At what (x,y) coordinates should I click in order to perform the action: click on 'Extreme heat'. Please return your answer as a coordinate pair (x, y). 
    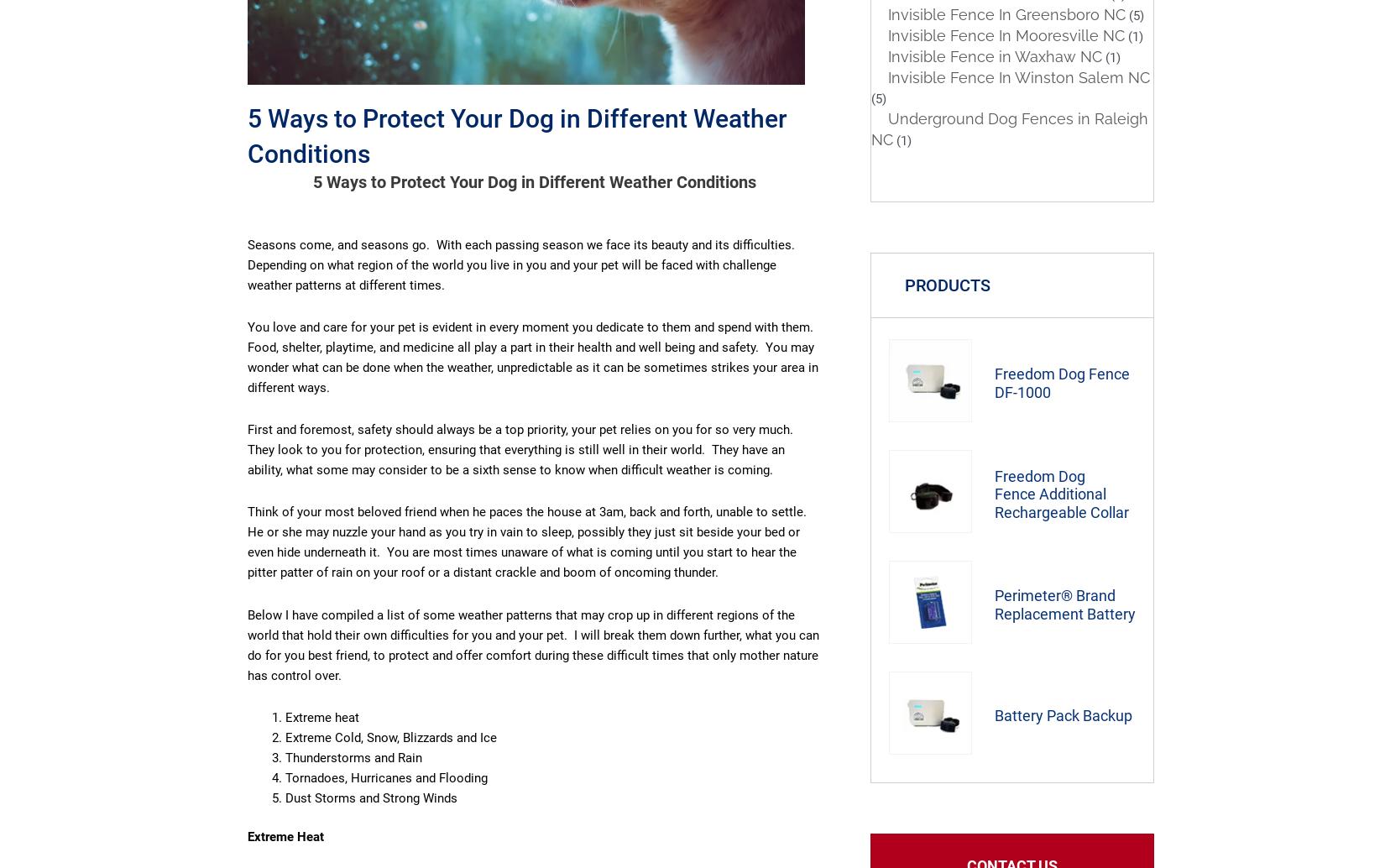
    Looking at the image, I should click on (321, 715).